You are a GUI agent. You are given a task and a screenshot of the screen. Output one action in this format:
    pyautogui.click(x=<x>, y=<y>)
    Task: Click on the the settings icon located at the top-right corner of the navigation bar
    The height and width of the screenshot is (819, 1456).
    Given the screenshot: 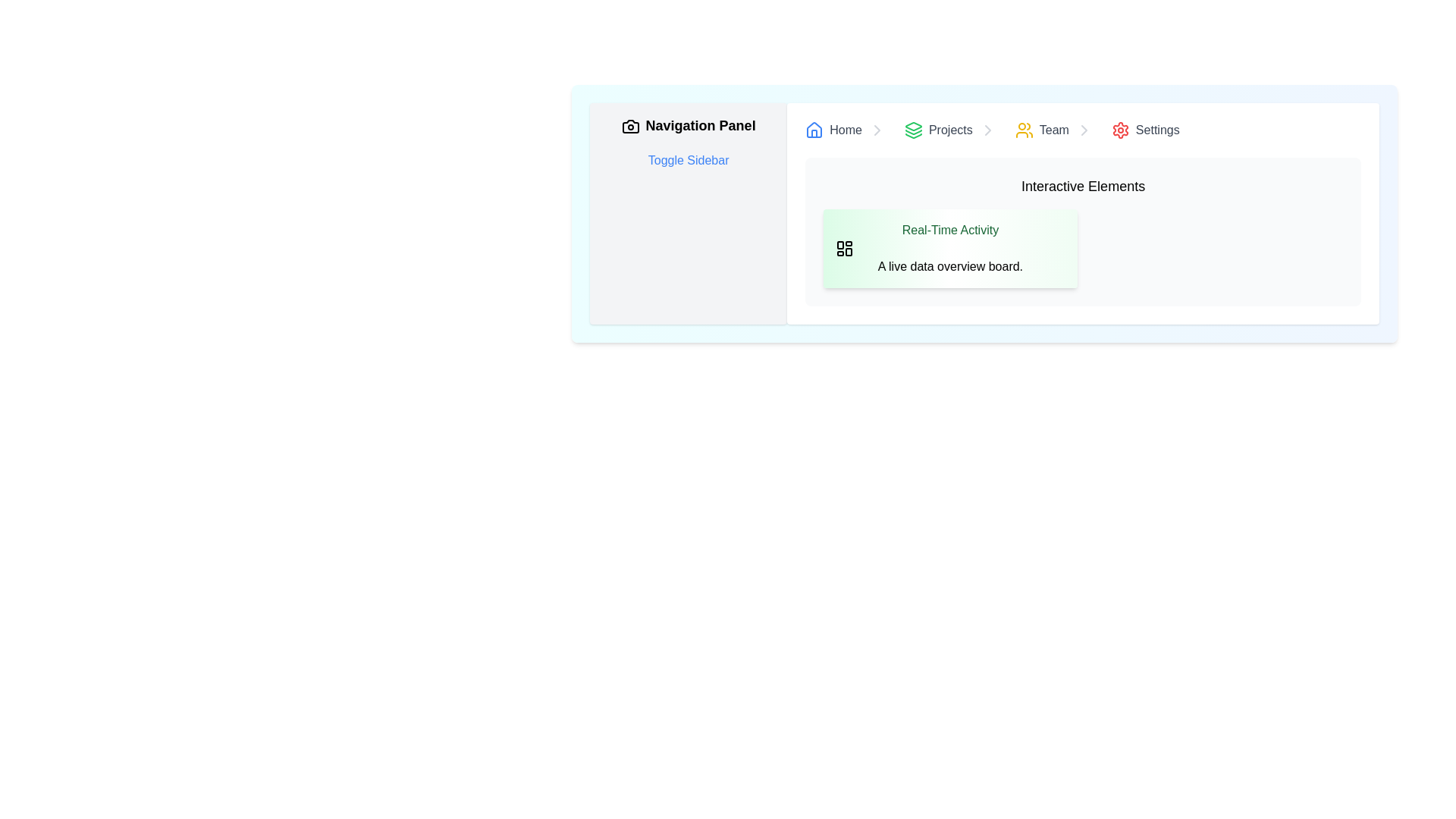 What is the action you would take?
    pyautogui.click(x=1120, y=130)
    